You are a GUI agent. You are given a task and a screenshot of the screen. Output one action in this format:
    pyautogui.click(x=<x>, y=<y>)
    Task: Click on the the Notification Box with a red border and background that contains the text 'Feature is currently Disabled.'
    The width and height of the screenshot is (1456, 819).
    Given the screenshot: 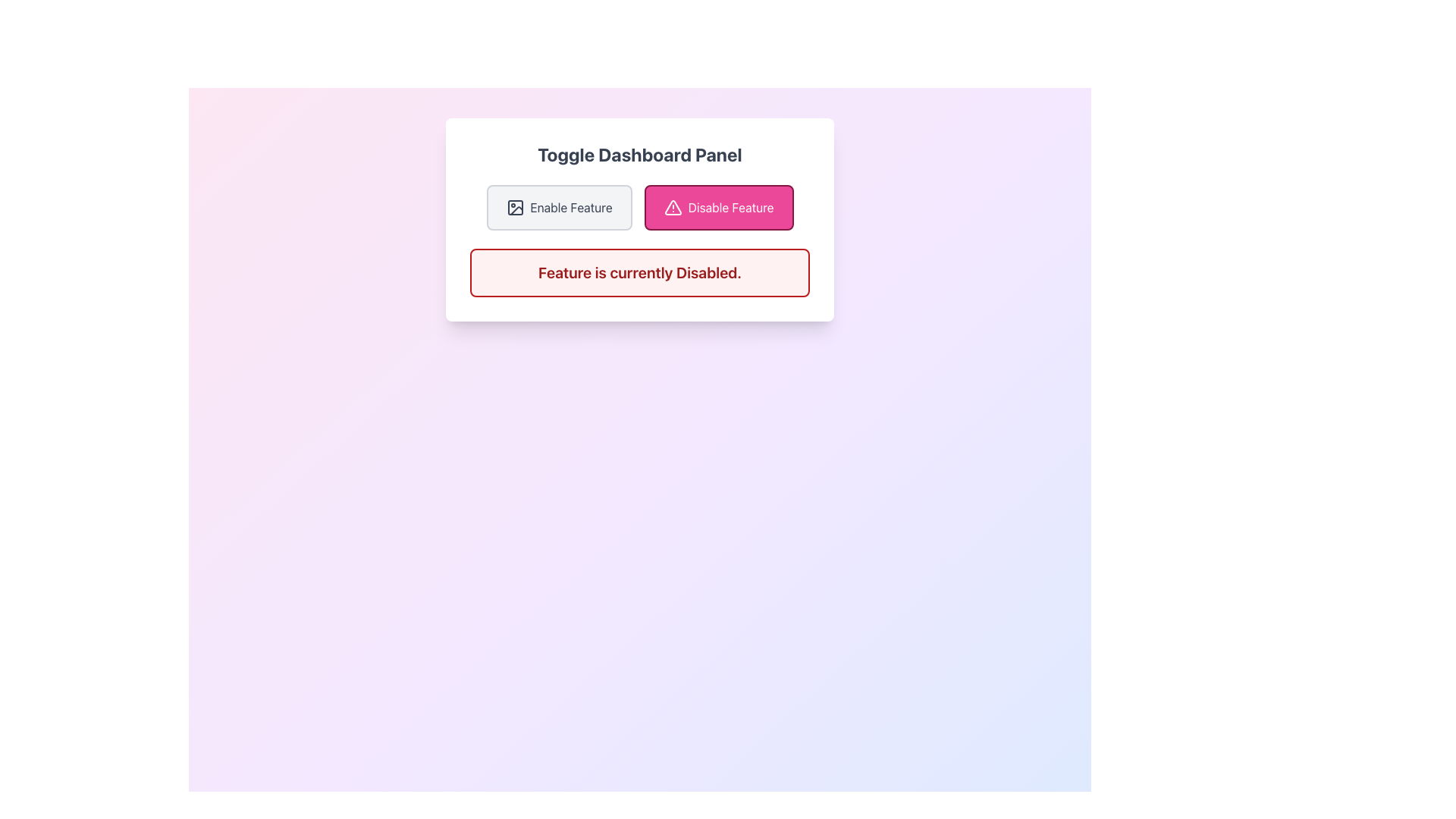 What is the action you would take?
    pyautogui.click(x=640, y=271)
    